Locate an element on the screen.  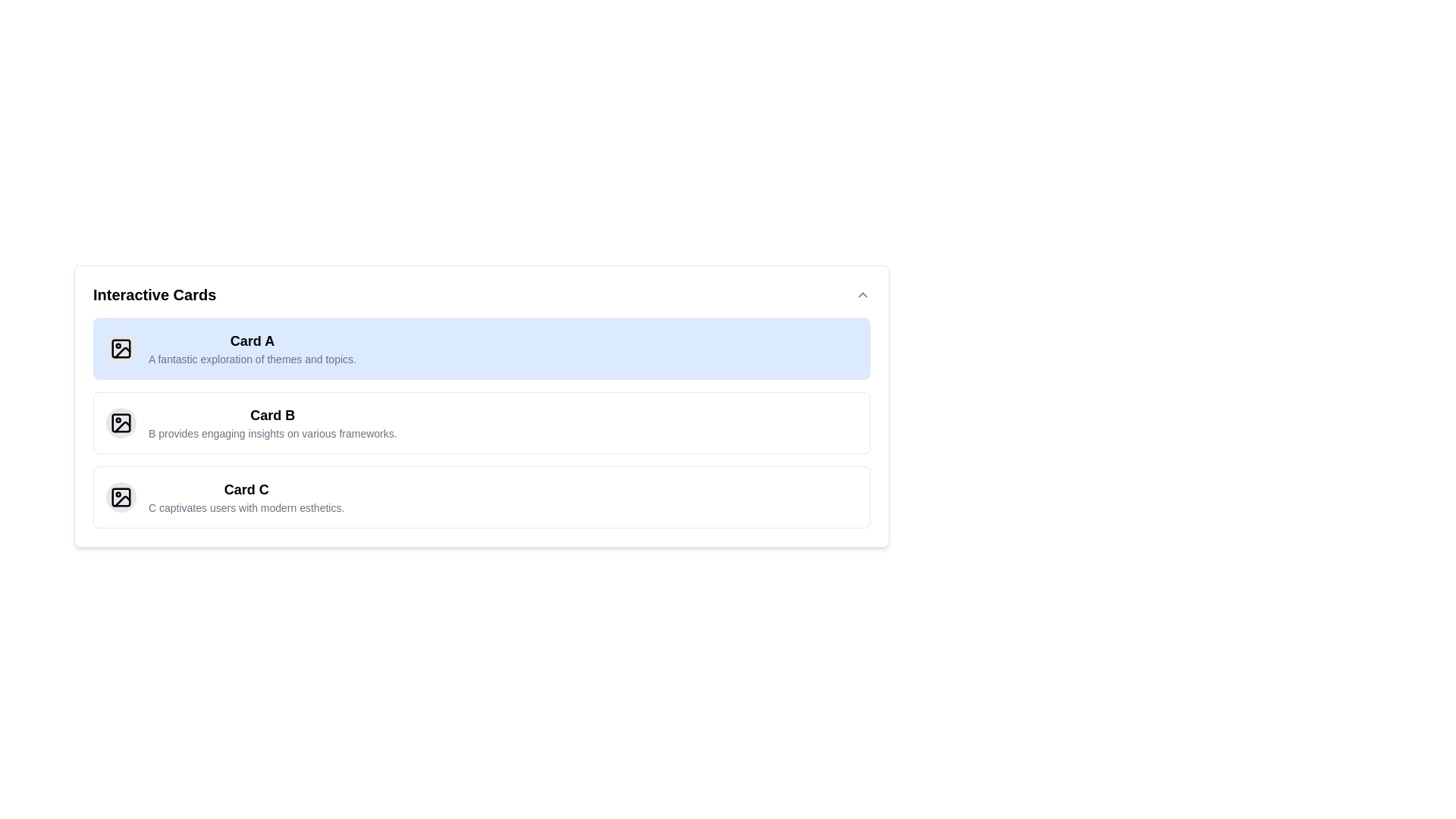
the text element displaying 'Card C', which is styled in bold and larger font, located within the third card of the vertical list titled 'Interactive Cards' is located at coordinates (246, 489).